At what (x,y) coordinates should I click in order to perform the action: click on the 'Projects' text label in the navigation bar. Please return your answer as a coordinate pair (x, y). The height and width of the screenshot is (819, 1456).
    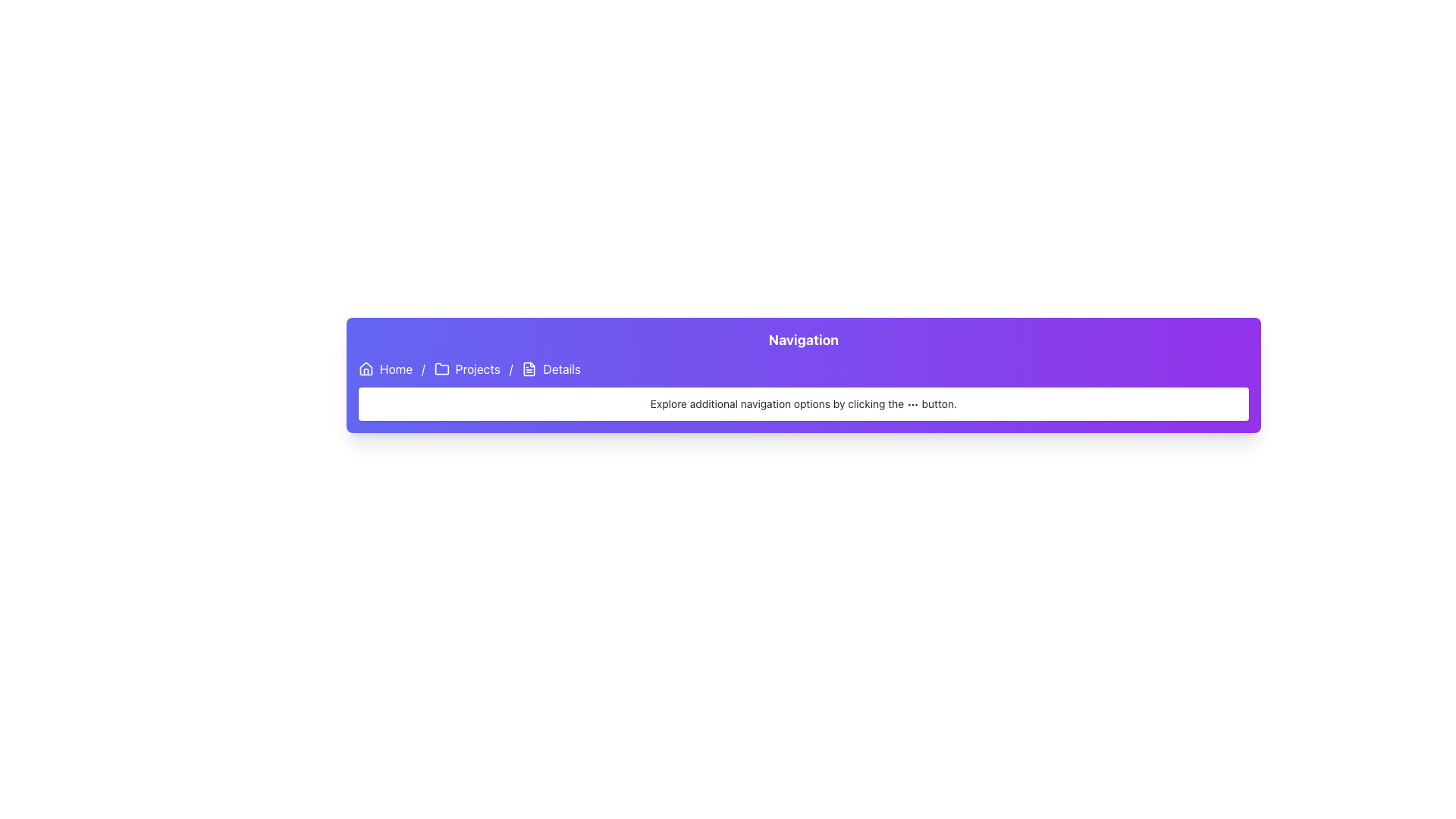
    Looking at the image, I should click on (477, 369).